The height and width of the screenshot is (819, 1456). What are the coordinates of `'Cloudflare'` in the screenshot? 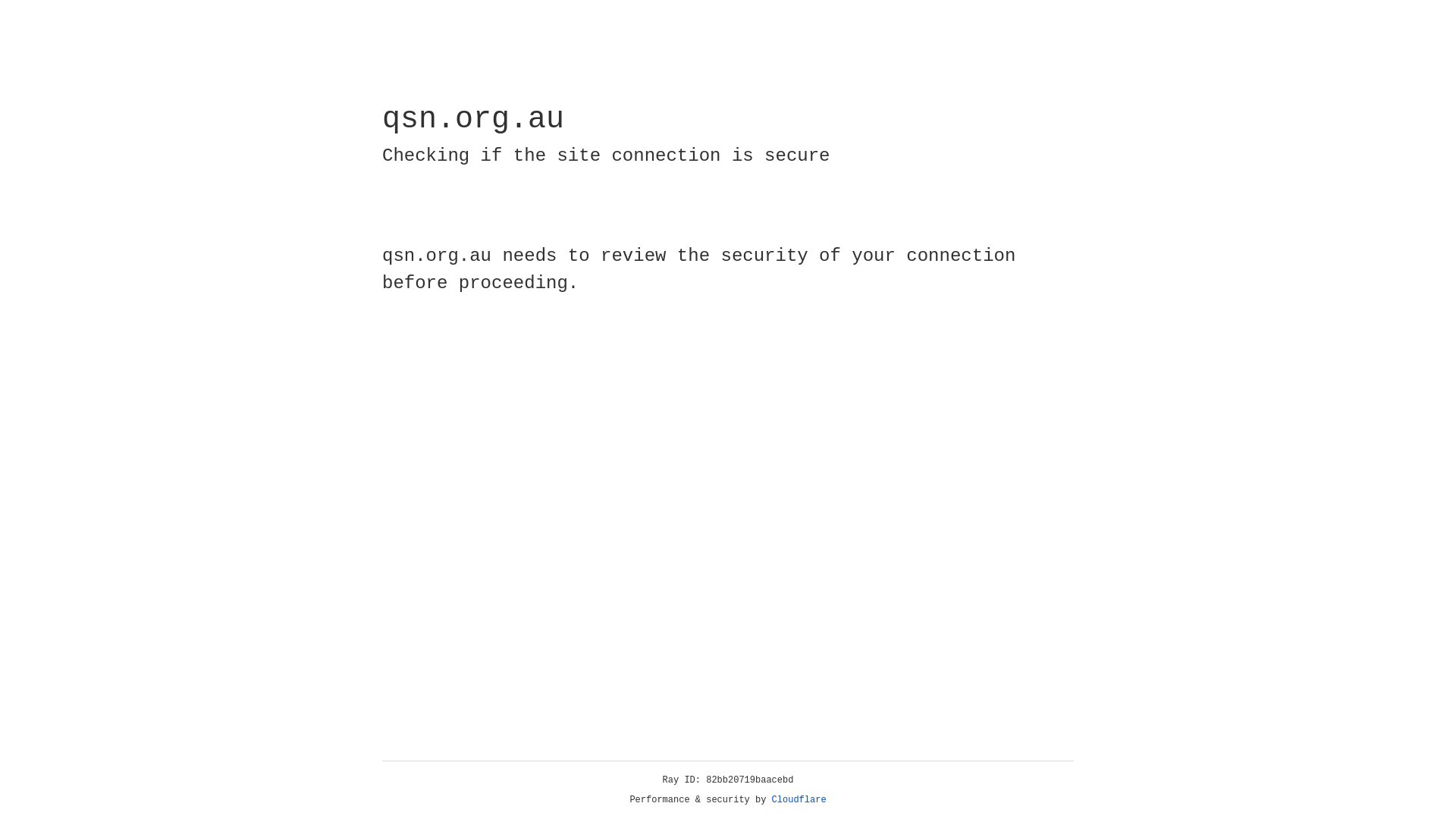 It's located at (799, 799).